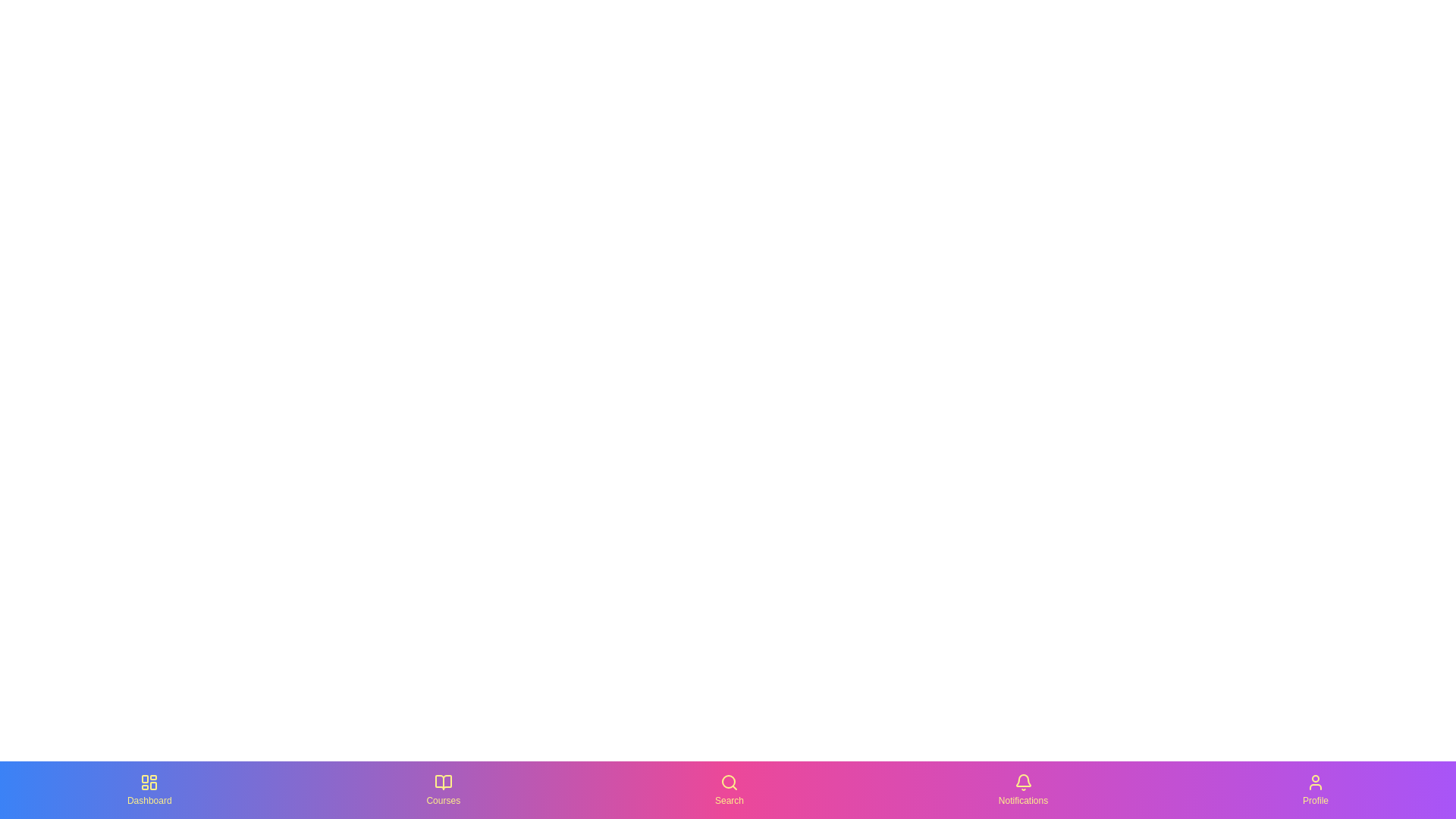  I want to click on the Search icon in the bottom navigation bar, so click(728, 789).